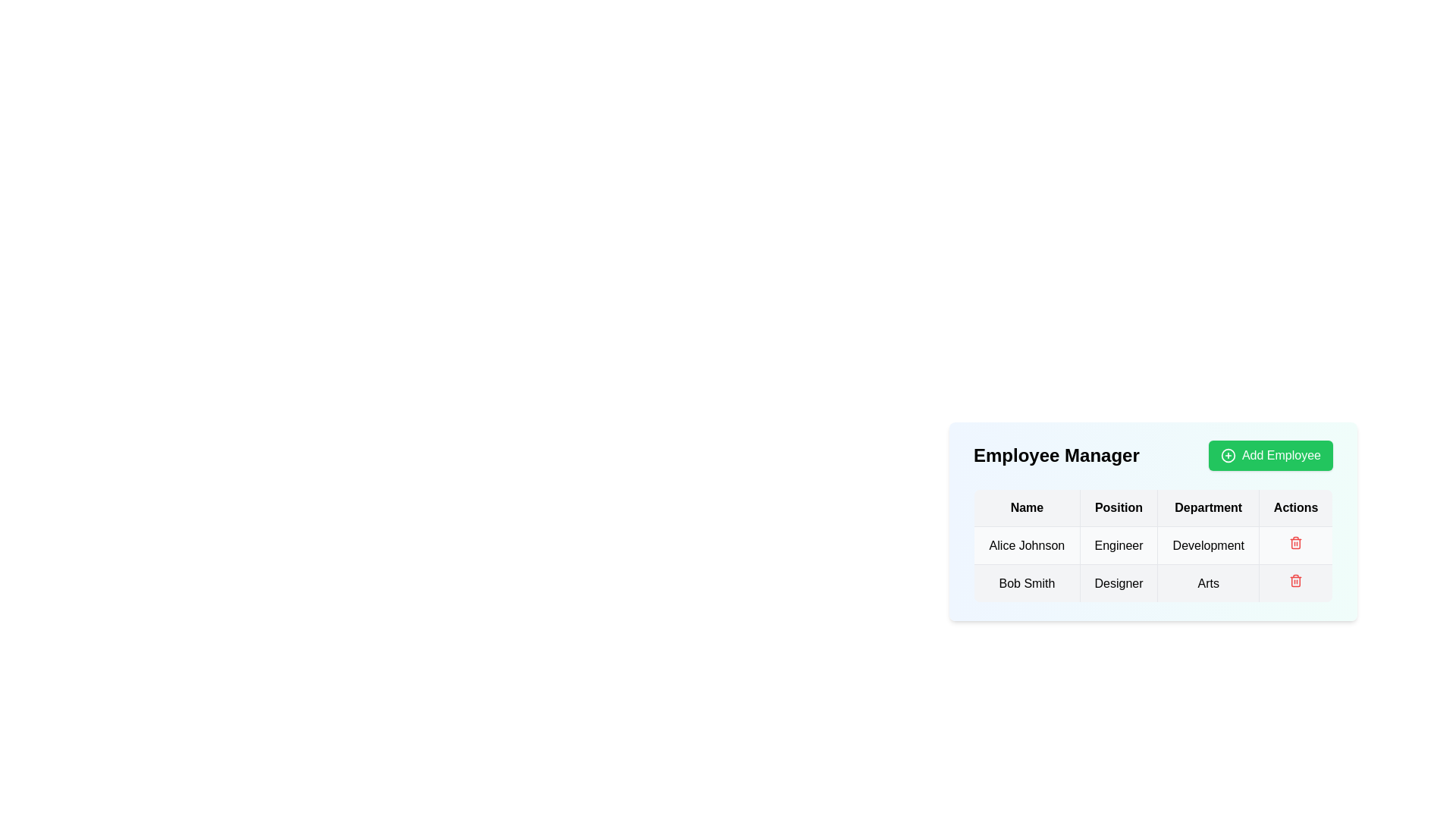 Image resolution: width=1456 pixels, height=819 pixels. I want to click on trash can delete button element located at the center of the icon using developer tools, so click(1295, 581).